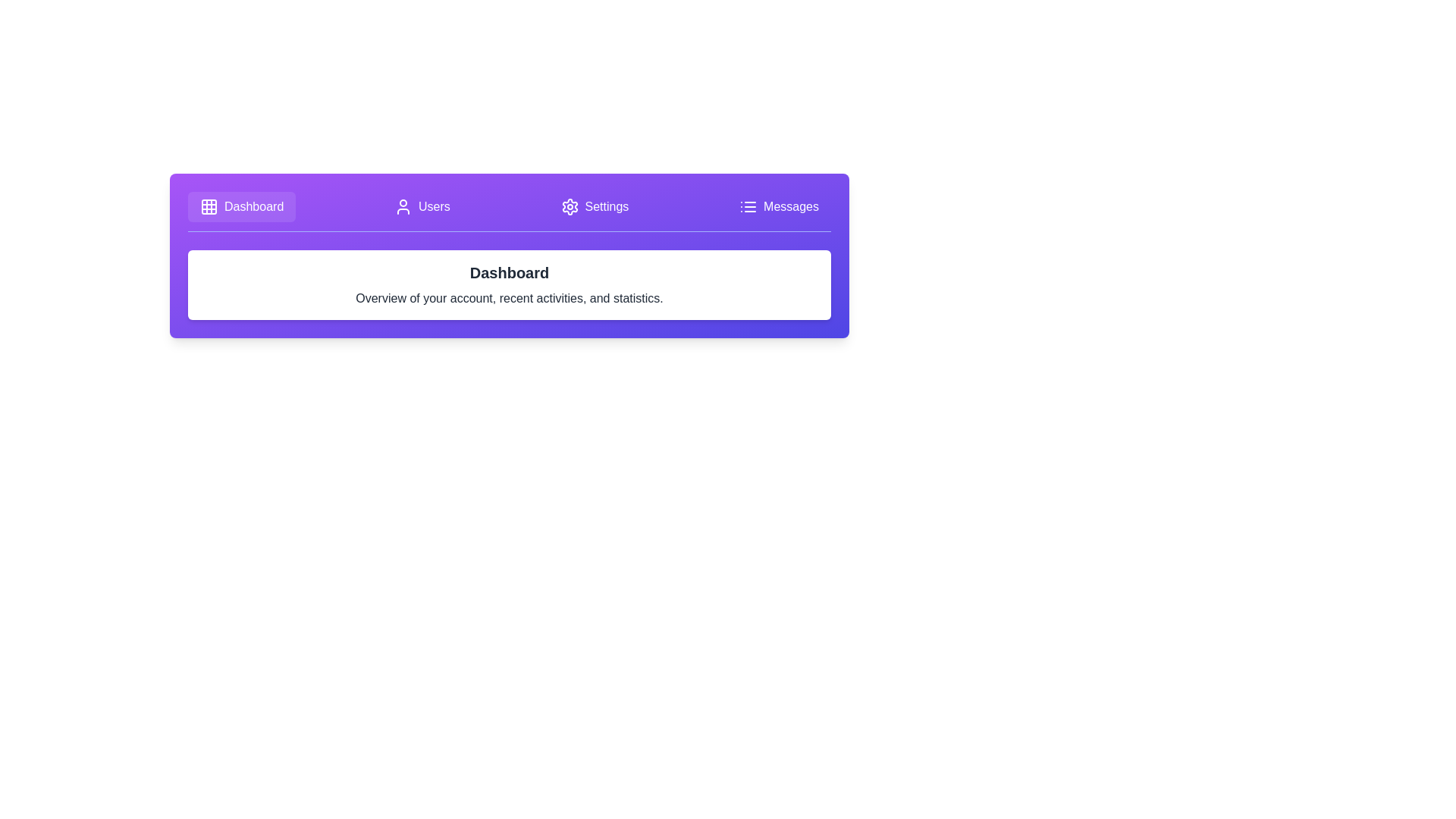  What do you see at coordinates (594, 207) in the screenshot?
I see `the 'Settings' button, which is a rectangular interactive button with a purple background and white text, located in the middle-right of the navigation area` at bounding box center [594, 207].